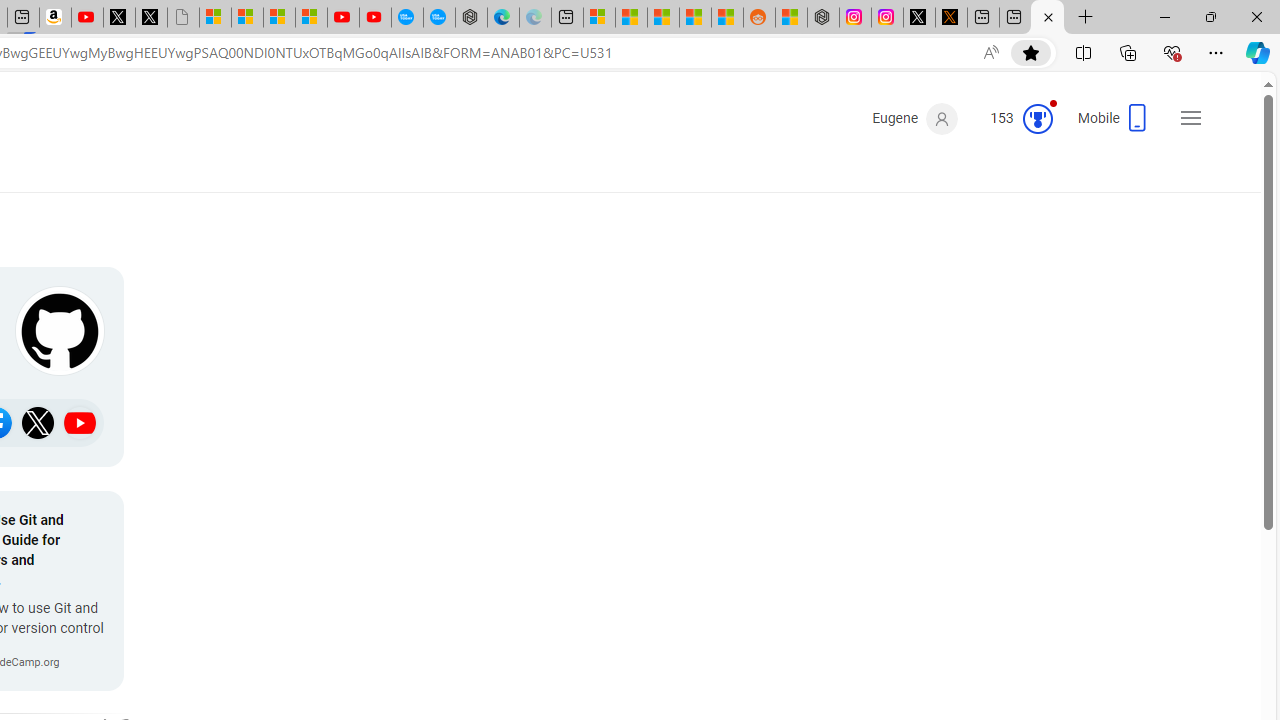 The width and height of the screenshot is (1280, 720). What do you see at coordinates (1037, 119) in the screenshot?
I see `'Class: medal-circled'` at bounding box center [1037, 119].